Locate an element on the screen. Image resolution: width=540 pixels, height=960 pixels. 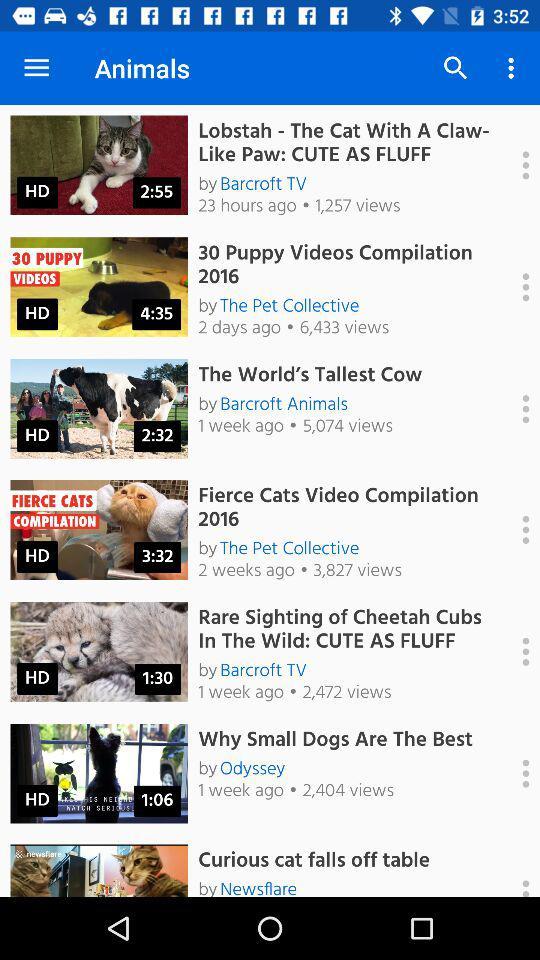
open video options is located at coordinates (515, 772).